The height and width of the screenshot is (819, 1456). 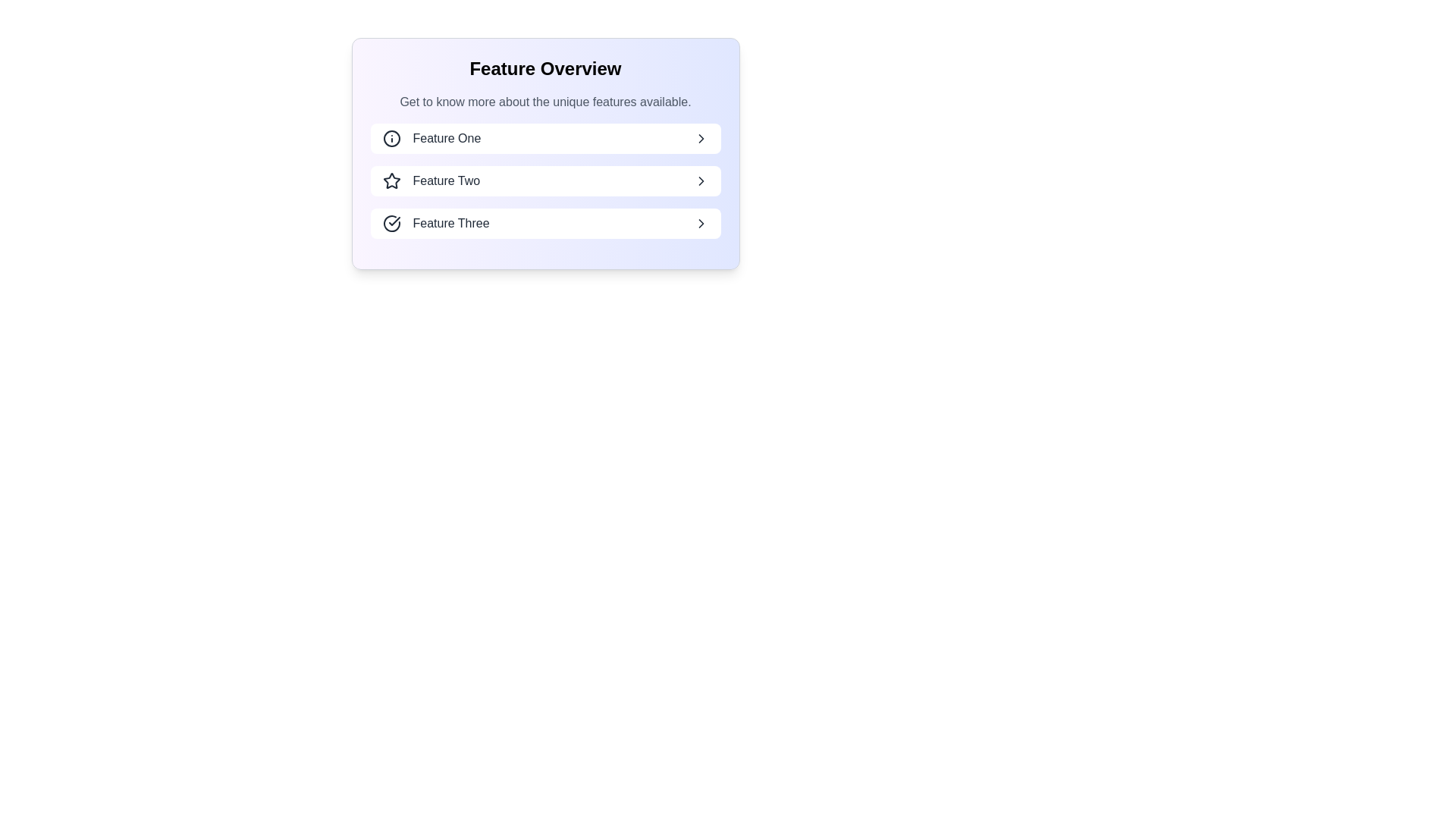 What do you see at coordinates (391, 180) in the screenshot?
I see `the second interactive icon representing the 'Feature Two' section, which is positioned to the left of the text 'Feature Two'` at bounding box center [391, 180].